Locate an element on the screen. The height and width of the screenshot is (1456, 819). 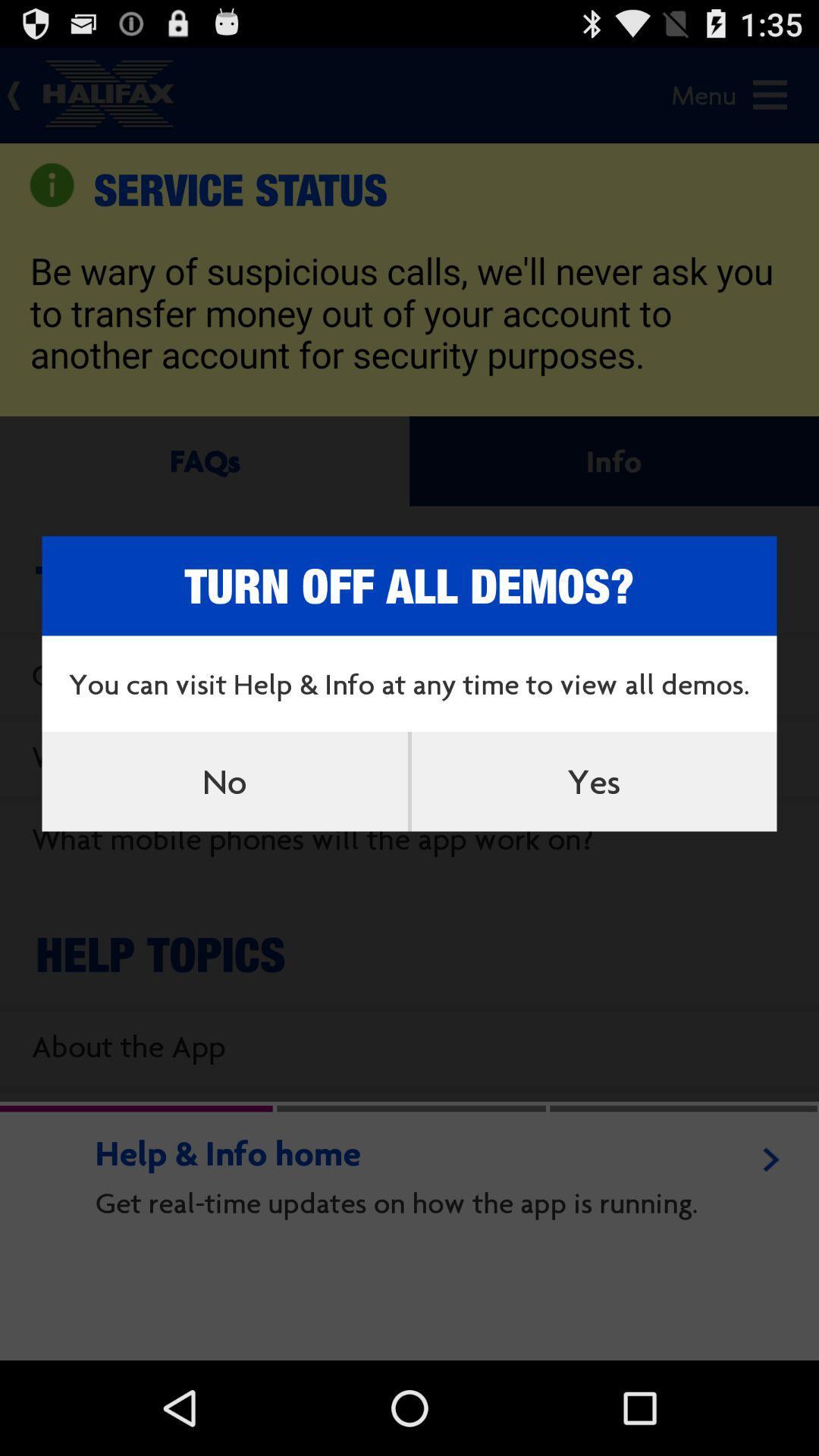
the yes is located at coordinates (593, 781).